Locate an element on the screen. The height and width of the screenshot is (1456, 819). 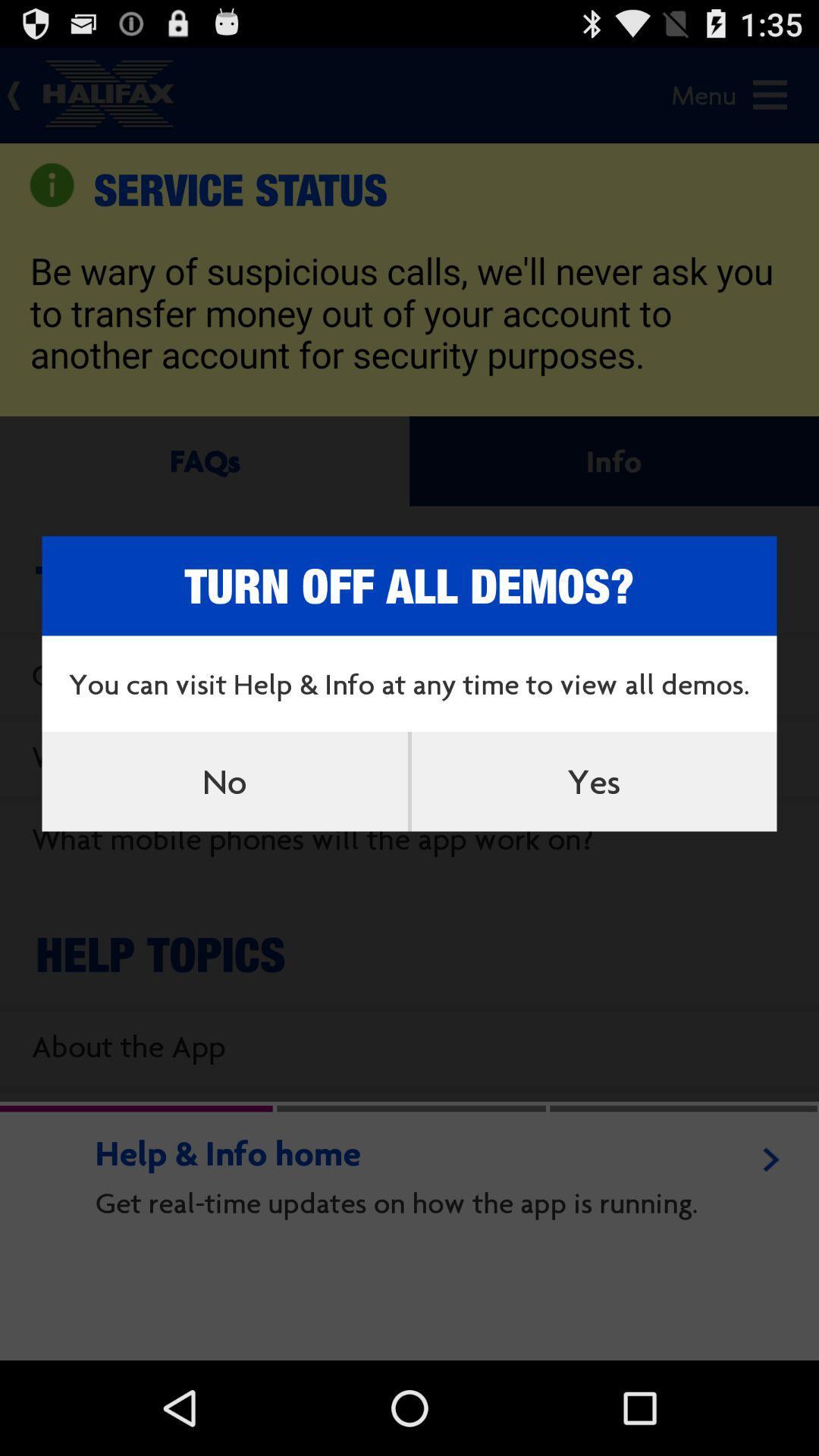
the yes is located at coordinates (593, 781).